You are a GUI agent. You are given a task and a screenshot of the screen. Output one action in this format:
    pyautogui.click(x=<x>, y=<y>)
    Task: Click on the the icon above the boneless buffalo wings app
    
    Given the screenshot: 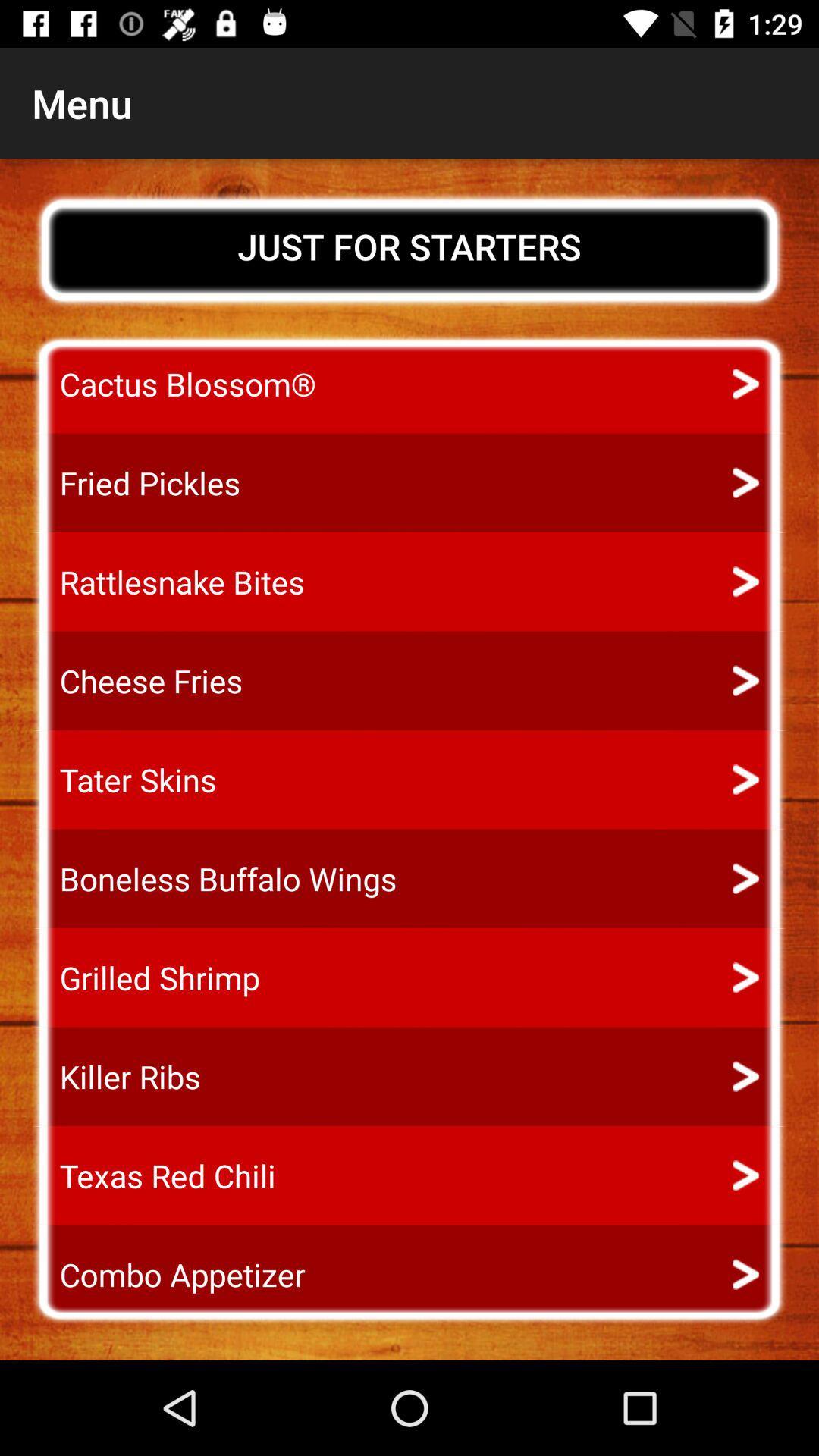 What is the action you would take?
    pyautogui.click(x=123, y=780)
    